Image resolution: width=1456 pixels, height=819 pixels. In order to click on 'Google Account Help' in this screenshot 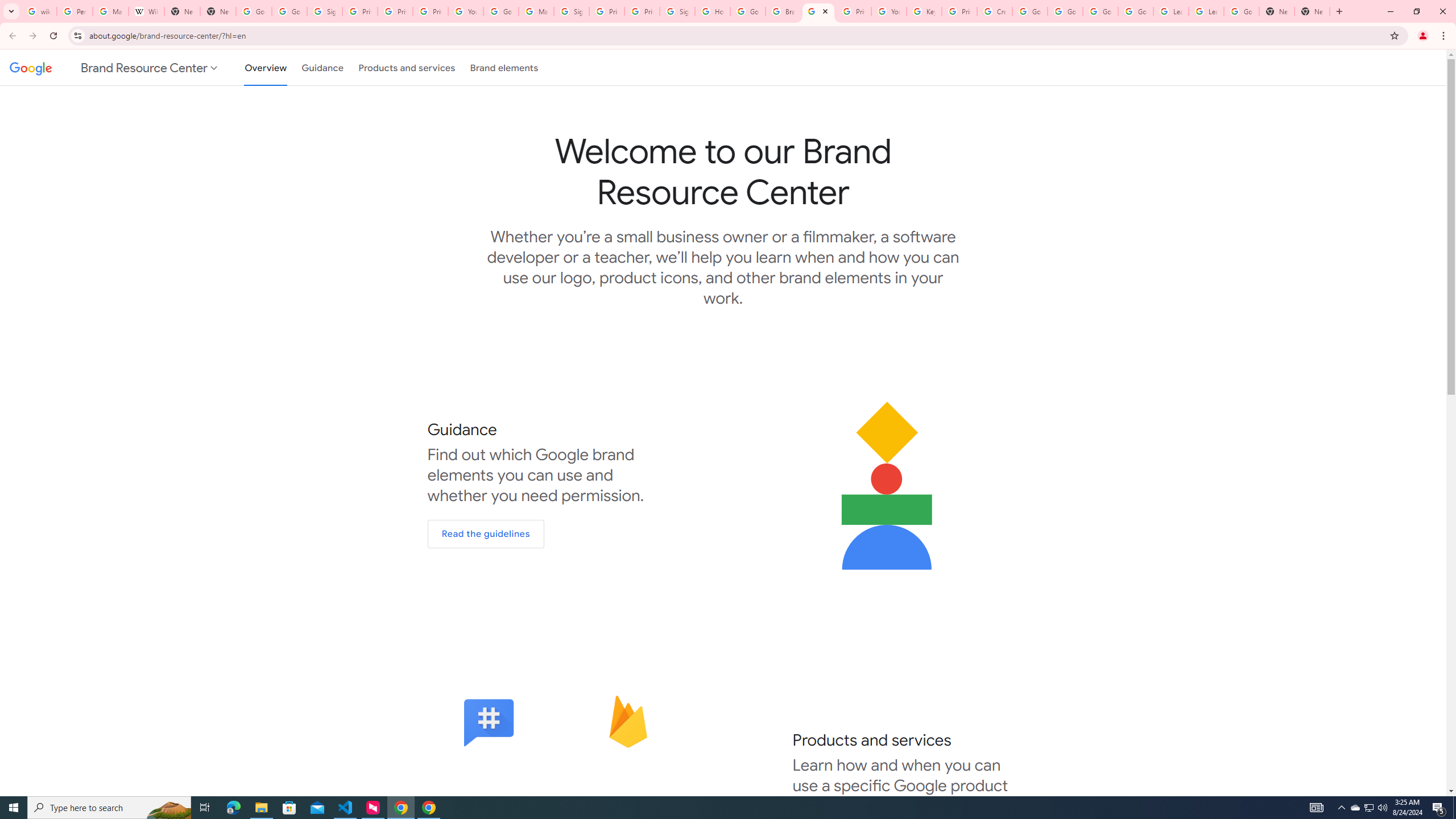, I will do `click(1064, 11)`.